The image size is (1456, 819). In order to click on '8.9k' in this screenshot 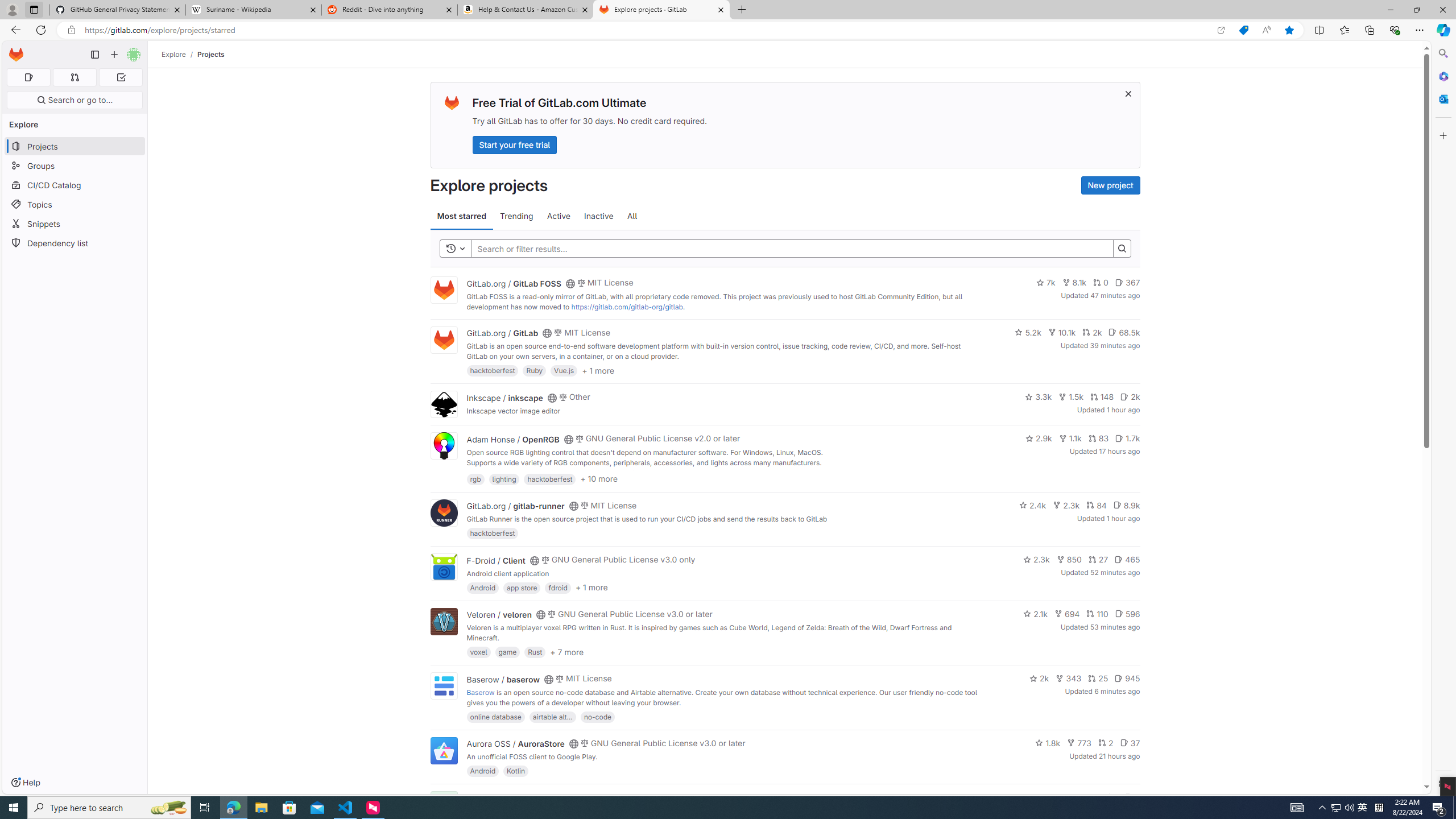, I will do `click(1126, 504)`.